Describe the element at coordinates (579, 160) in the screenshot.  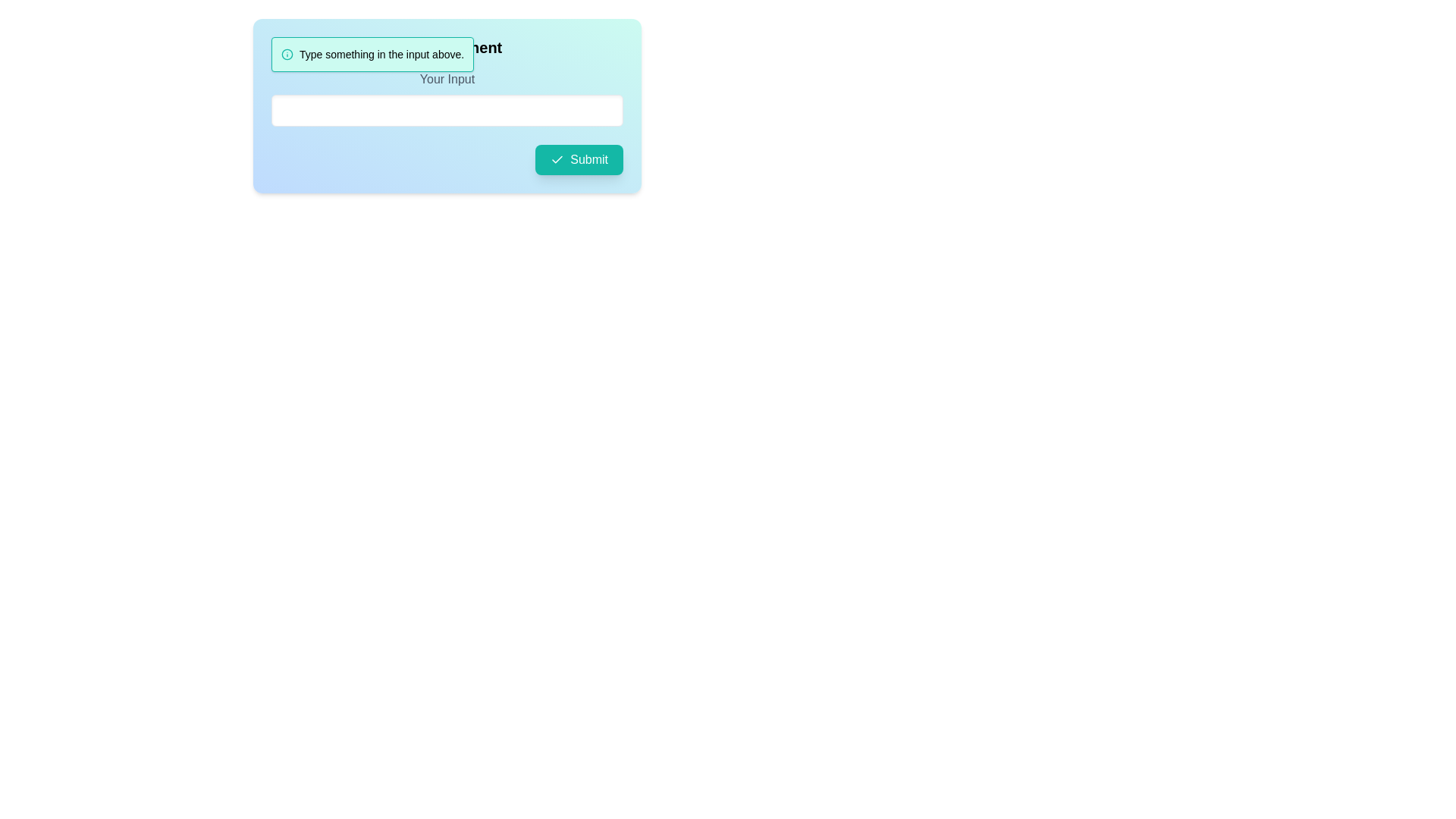
I see `the teal 'Submit' button with rounded corners, which features white text and a checkmark icon` at that location.